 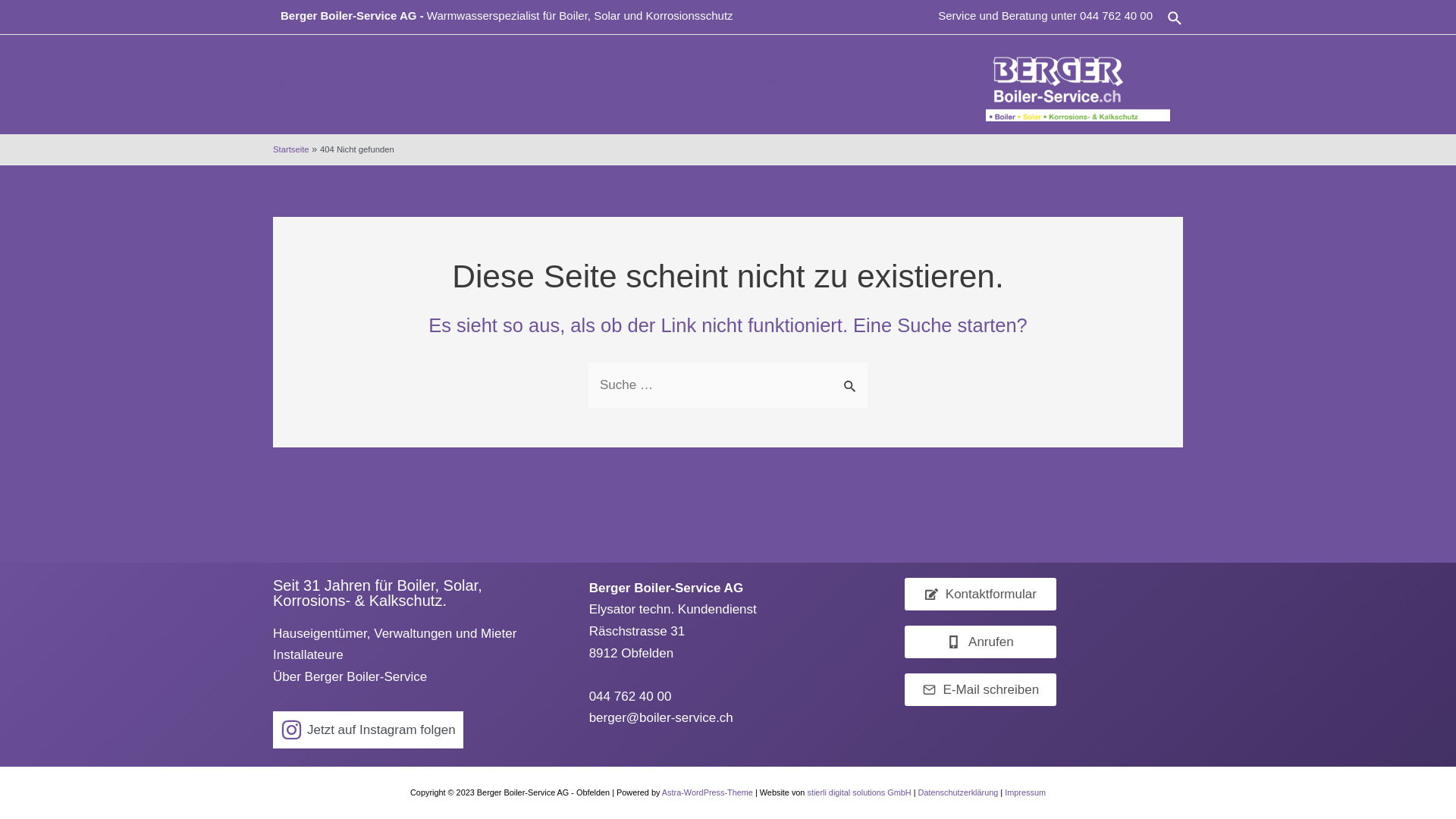 I want to click on '044 762 40 00', so click(x=1079, y=15).